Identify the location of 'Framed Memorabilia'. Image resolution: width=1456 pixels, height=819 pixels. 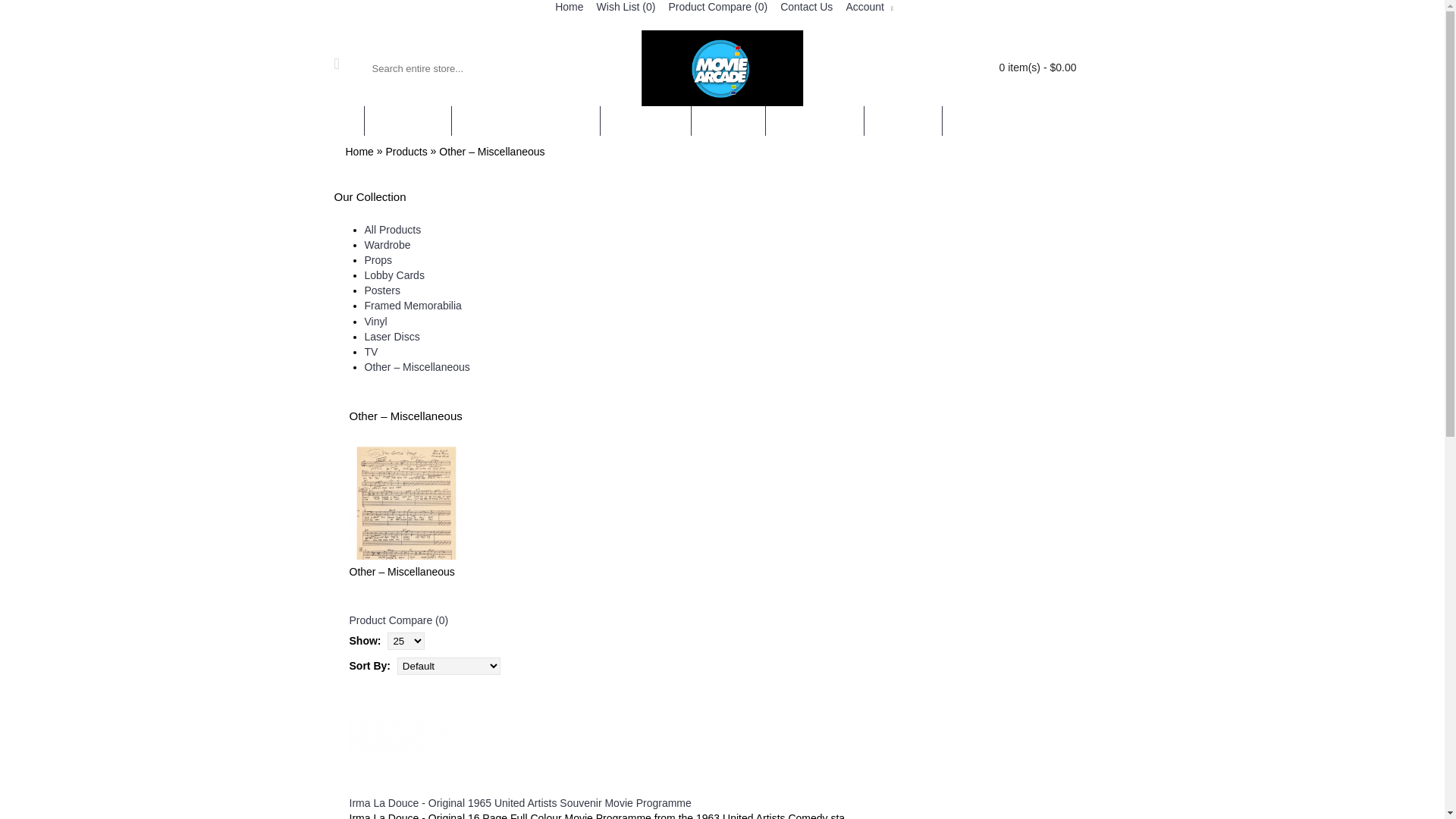
(412, 305).